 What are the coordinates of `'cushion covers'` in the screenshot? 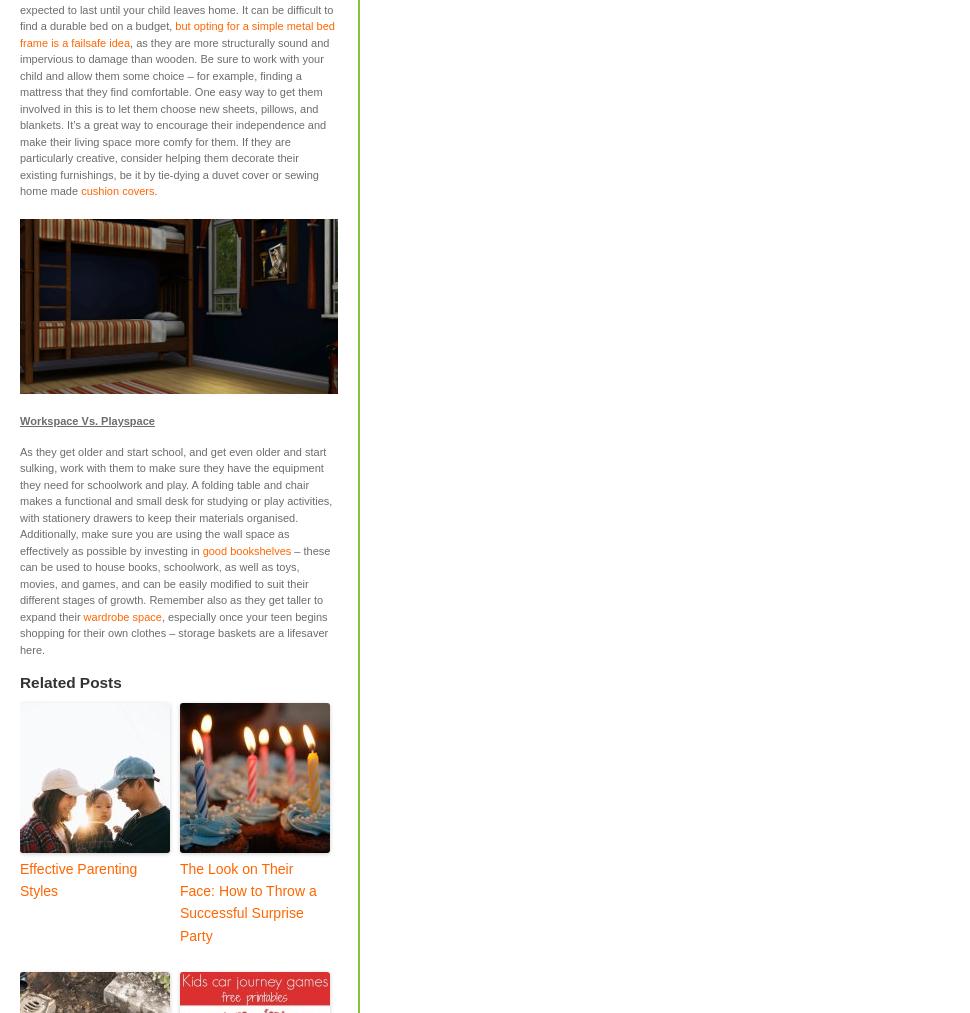 It's located at (117, 190).